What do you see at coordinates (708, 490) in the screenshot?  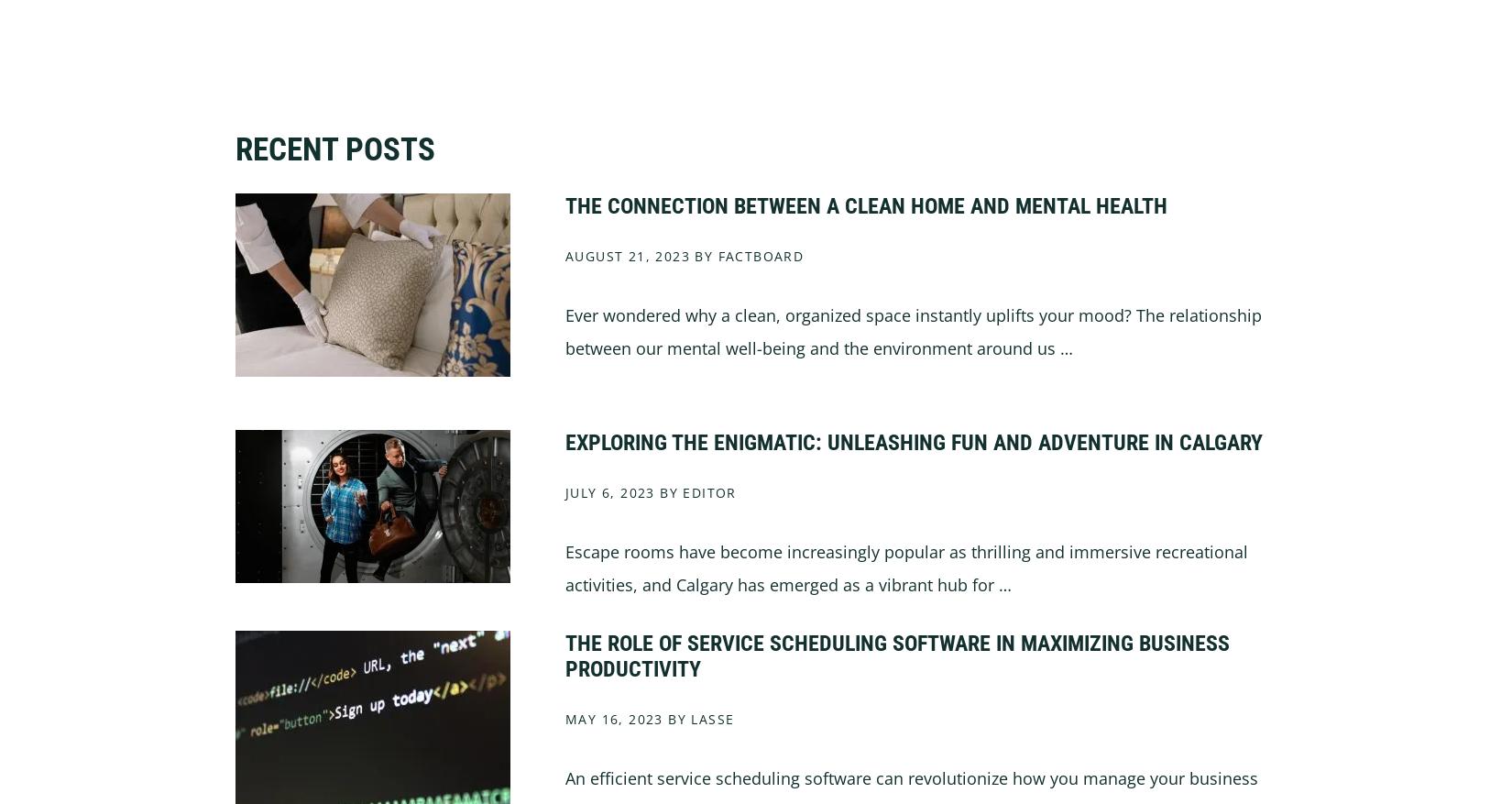 I see `'Editor'` at bounding box center [708, 490].